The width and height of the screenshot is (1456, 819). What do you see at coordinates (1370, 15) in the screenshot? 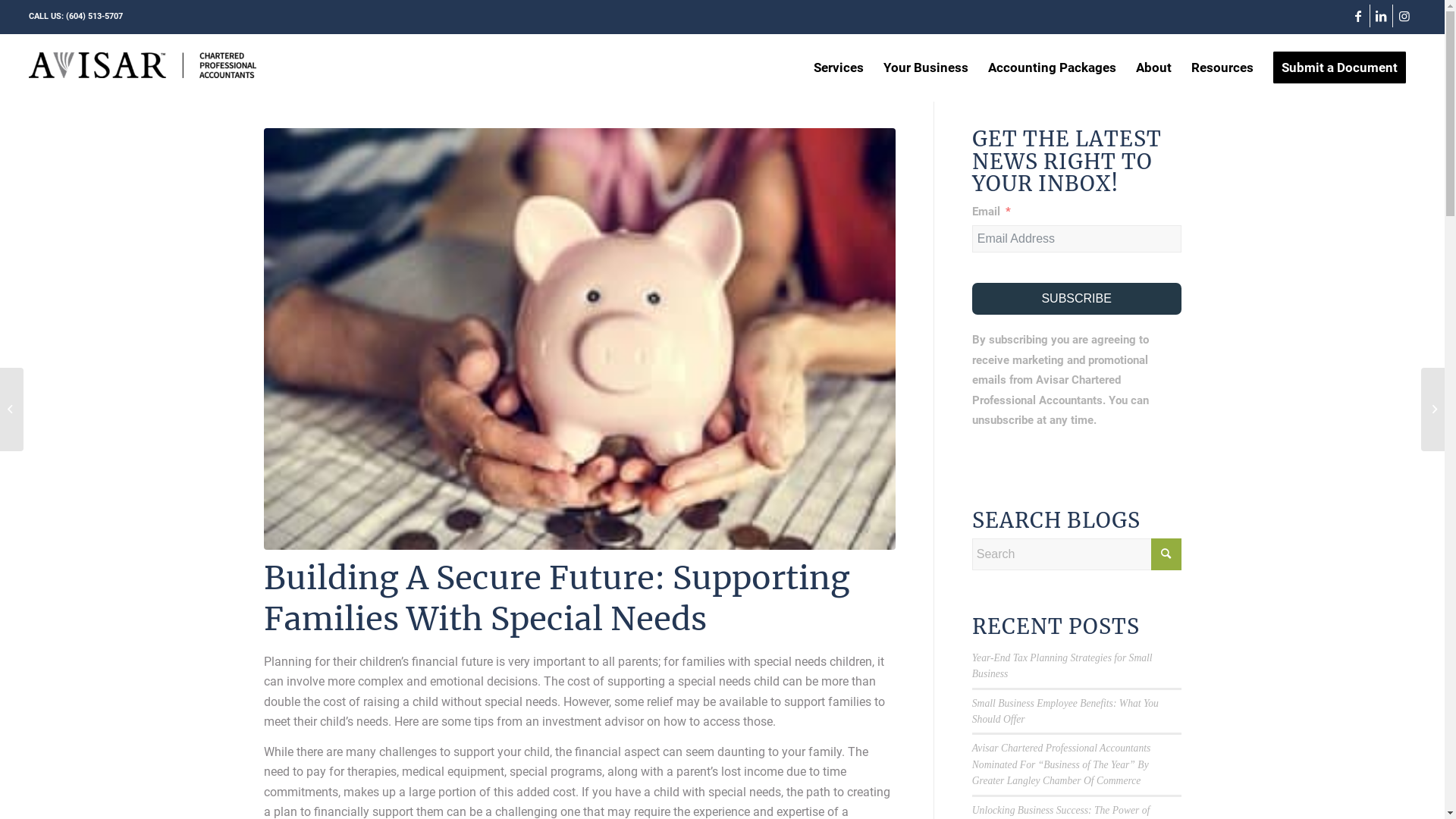
I see `'LinkedIn'` at bounding box center [1370, 15].